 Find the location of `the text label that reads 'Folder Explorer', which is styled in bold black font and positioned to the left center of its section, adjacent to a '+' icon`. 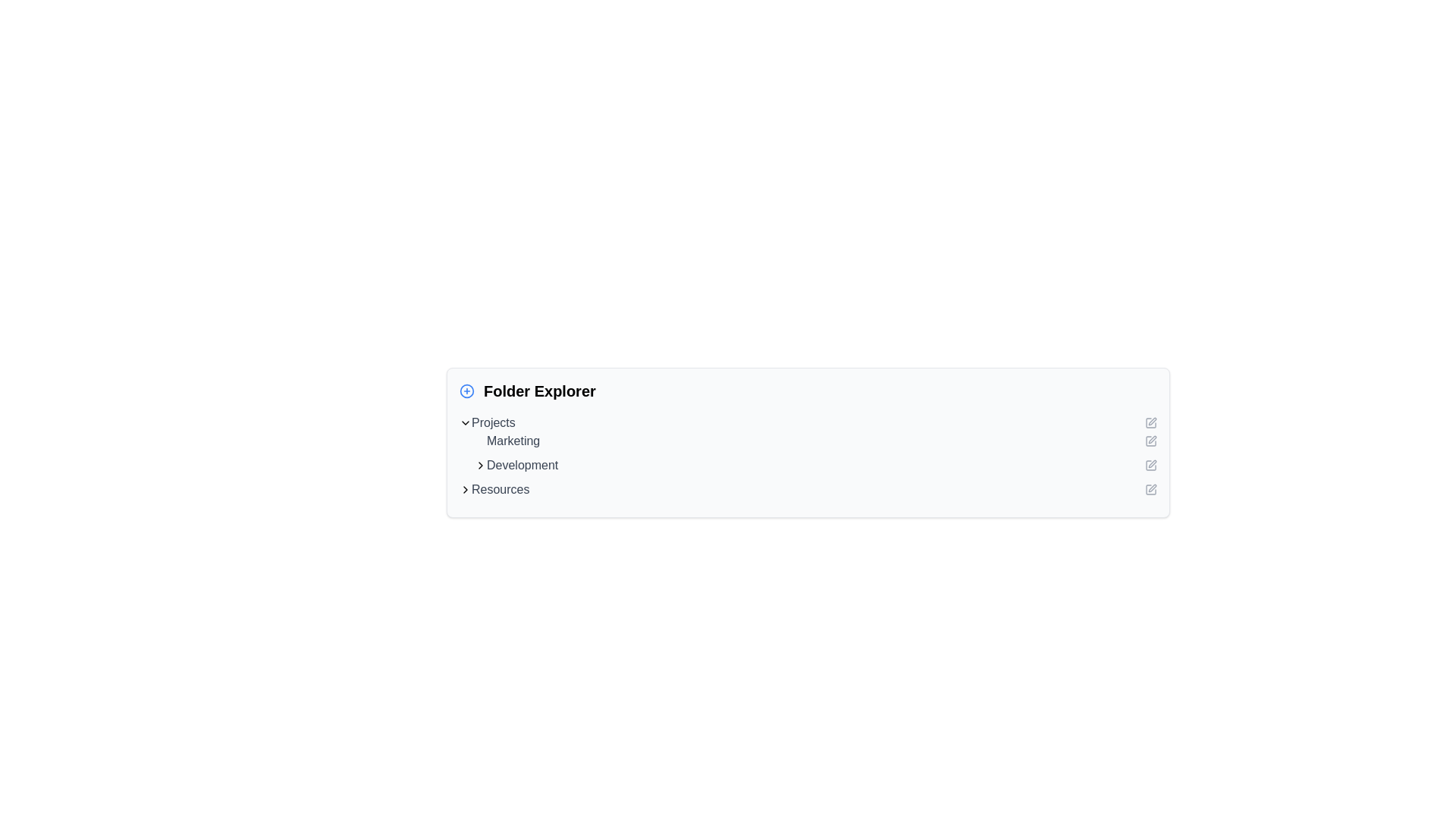

the text label that reads 'Folder Explorer', which is styled in bold black font and positioned to the left center of its section, adjacent to a '+' icon is located at coordinates (539, 391).